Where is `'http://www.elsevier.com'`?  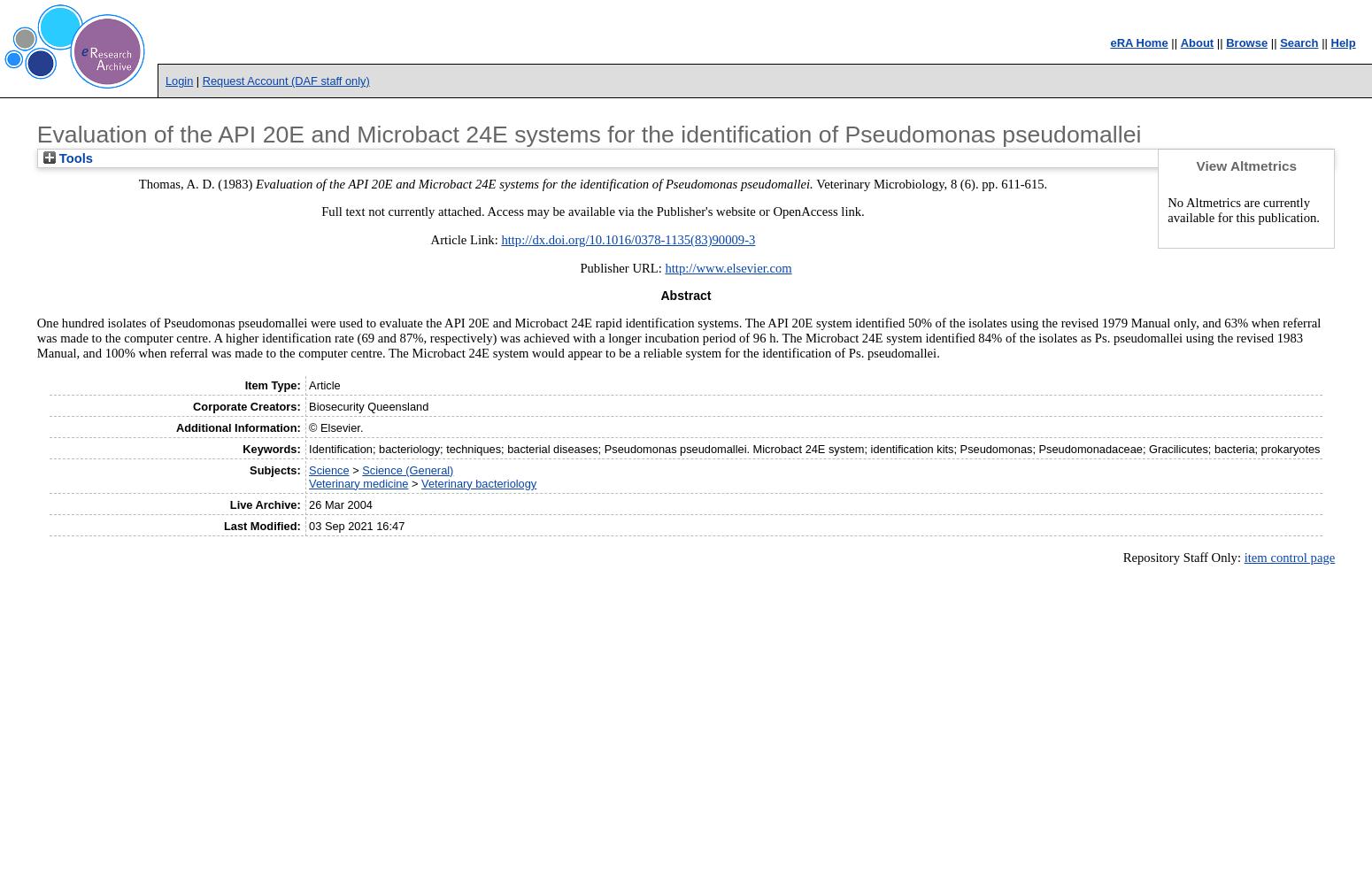 'http://www.elsevier.com' is located at coordinates (727, 267).